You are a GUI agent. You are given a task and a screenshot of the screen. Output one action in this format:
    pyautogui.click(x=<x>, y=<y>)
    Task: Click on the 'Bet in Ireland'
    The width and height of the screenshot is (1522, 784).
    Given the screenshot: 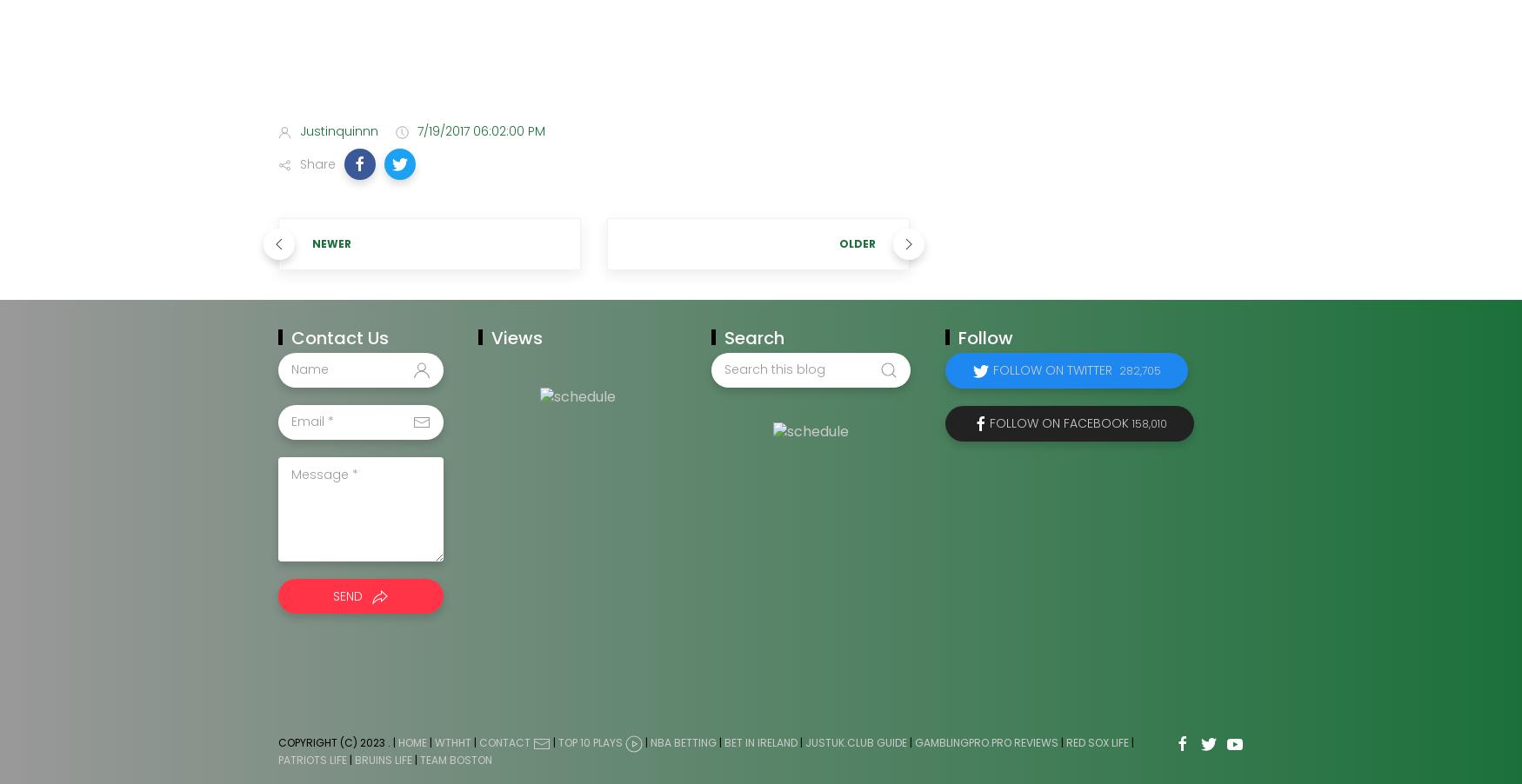 What is the action you would take?
    pyautogui.click(x=761, y=741)
    